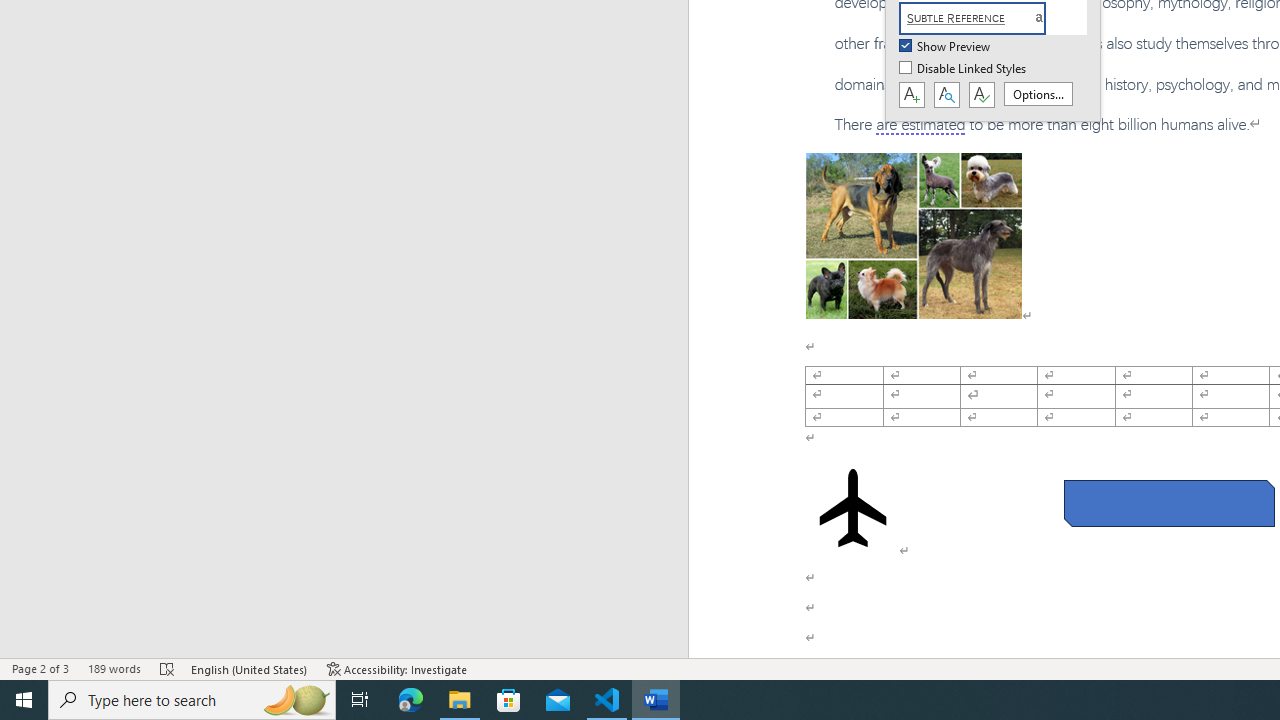 This screenshot has height=720, width=1280. I want to click on 'Spelling and Grammar Check Errors', so click(168, 669).